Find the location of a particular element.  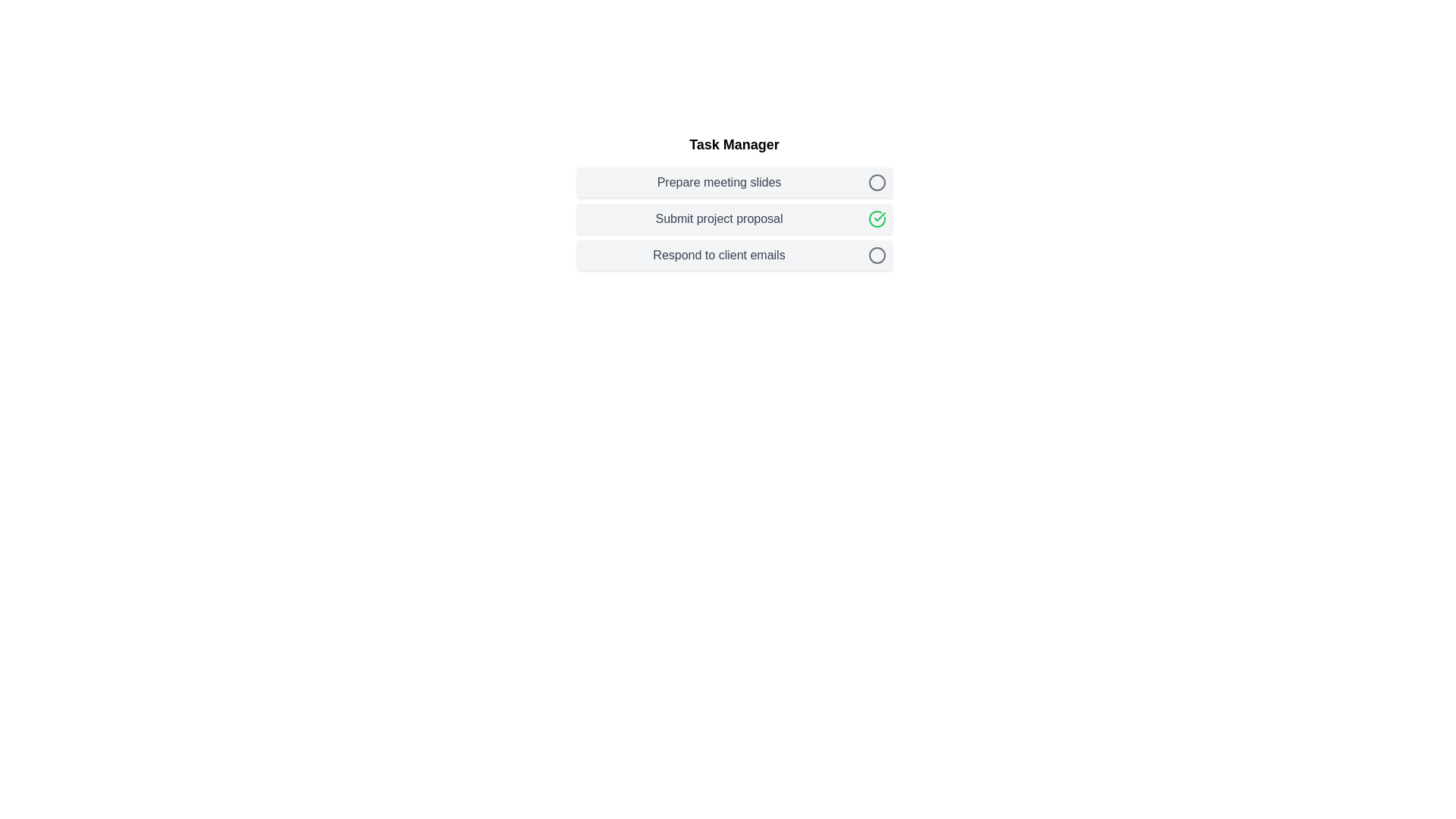

the interactive list item representing the task 'Submit project proposal' within the 'Task Manager' interface is located at coordinates (734, 201).